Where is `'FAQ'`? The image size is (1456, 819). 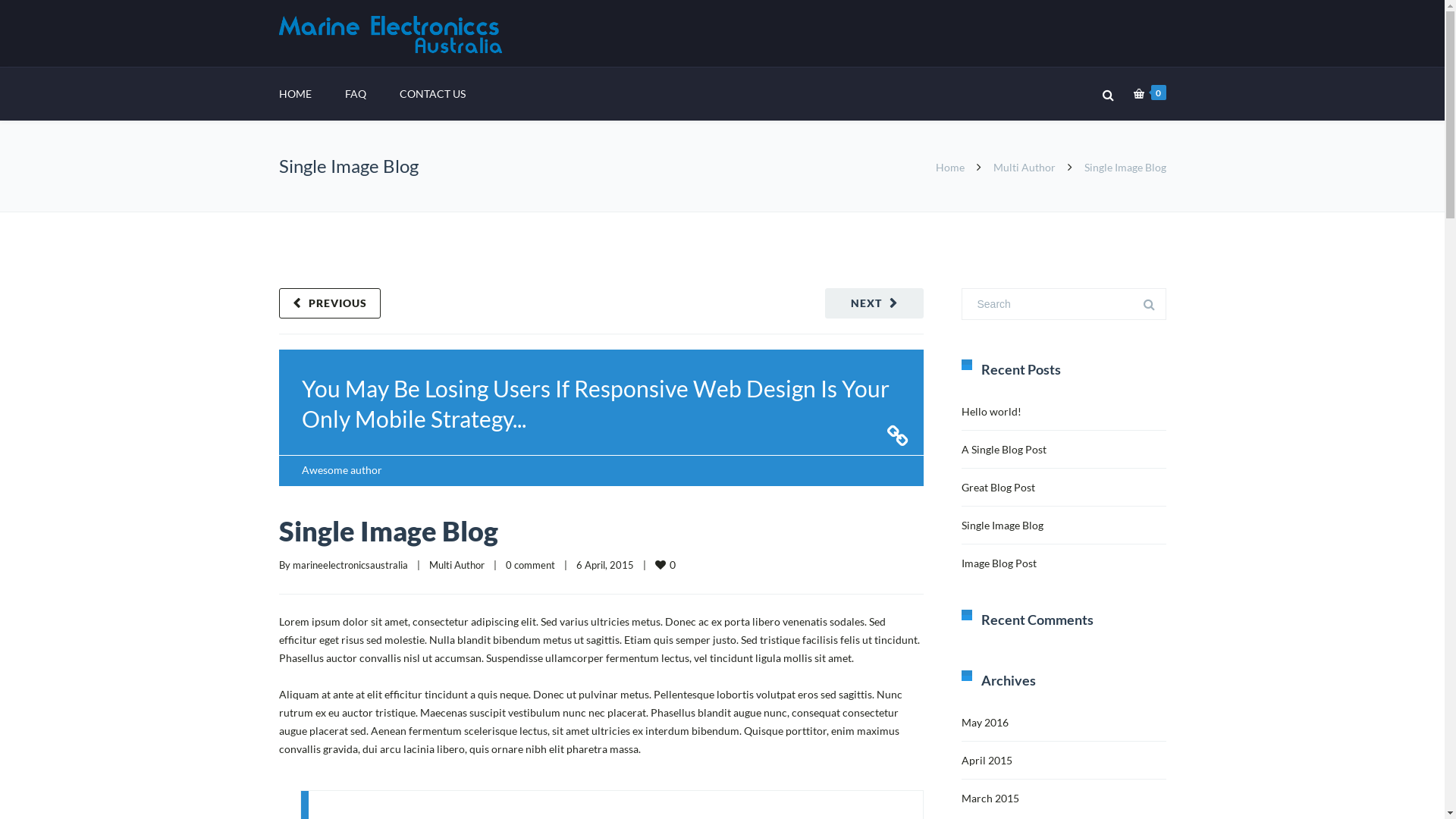
'FAQ' is located at coordinates (353, 93).